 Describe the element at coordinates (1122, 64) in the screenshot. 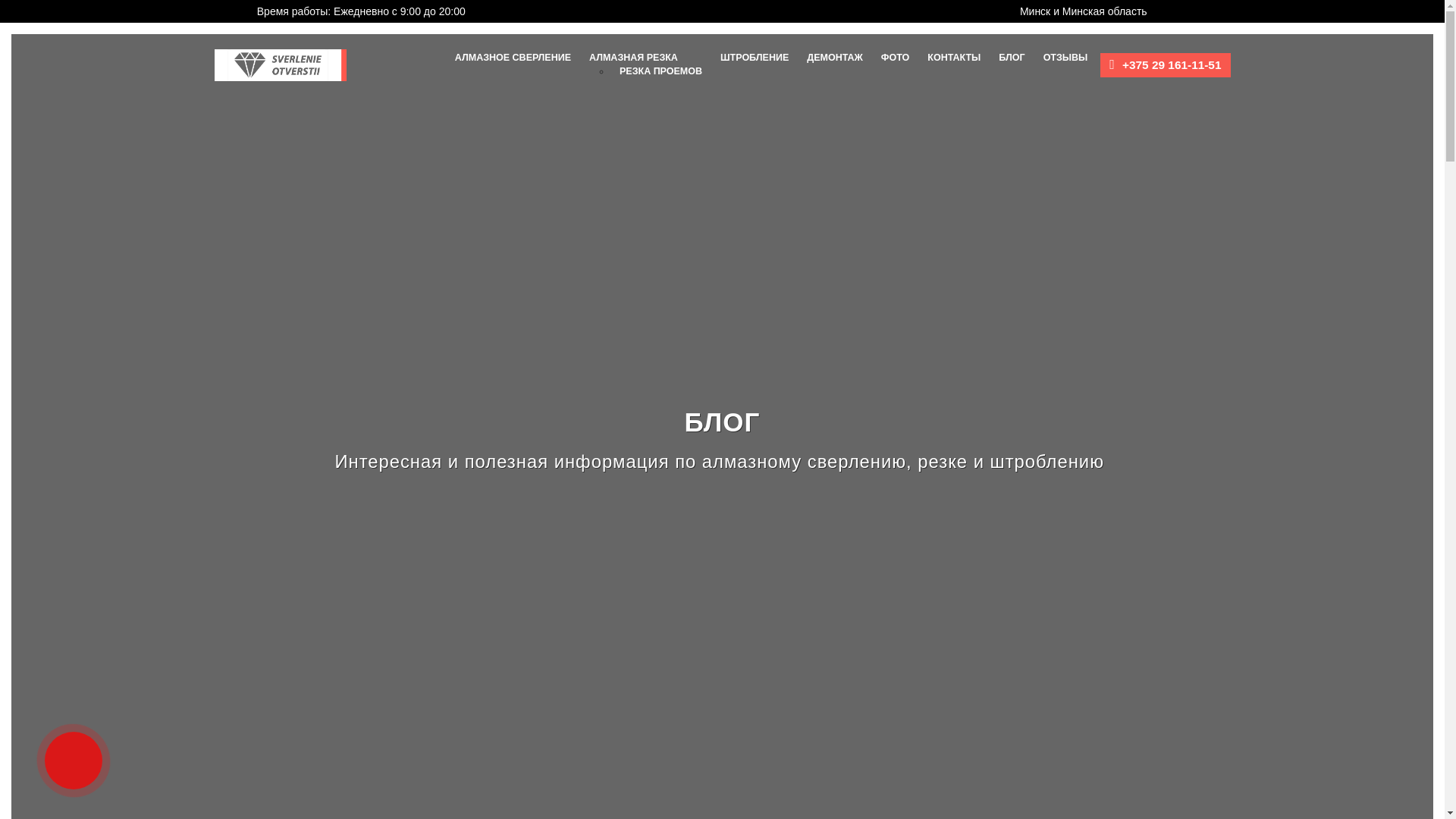

I see `'+375 29 161-11-51'` at that location.